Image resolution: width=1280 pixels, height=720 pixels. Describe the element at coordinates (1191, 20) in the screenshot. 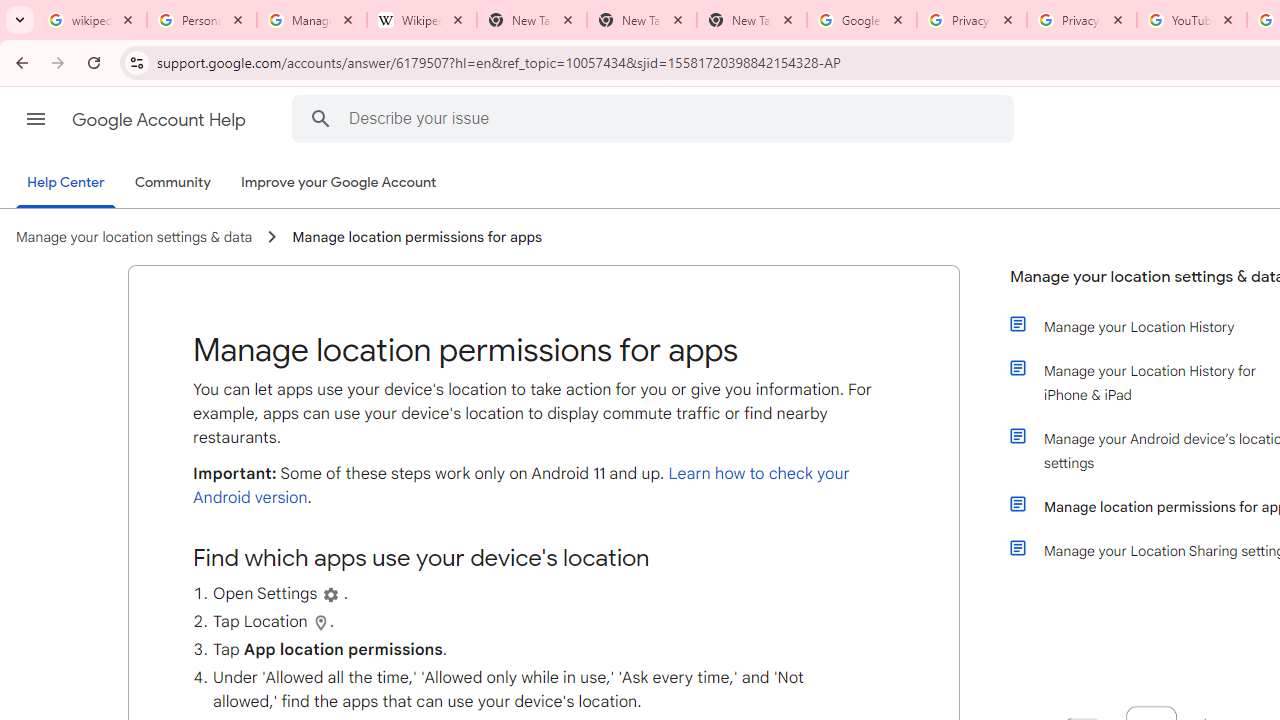

I see `'YouTube'` at that location.